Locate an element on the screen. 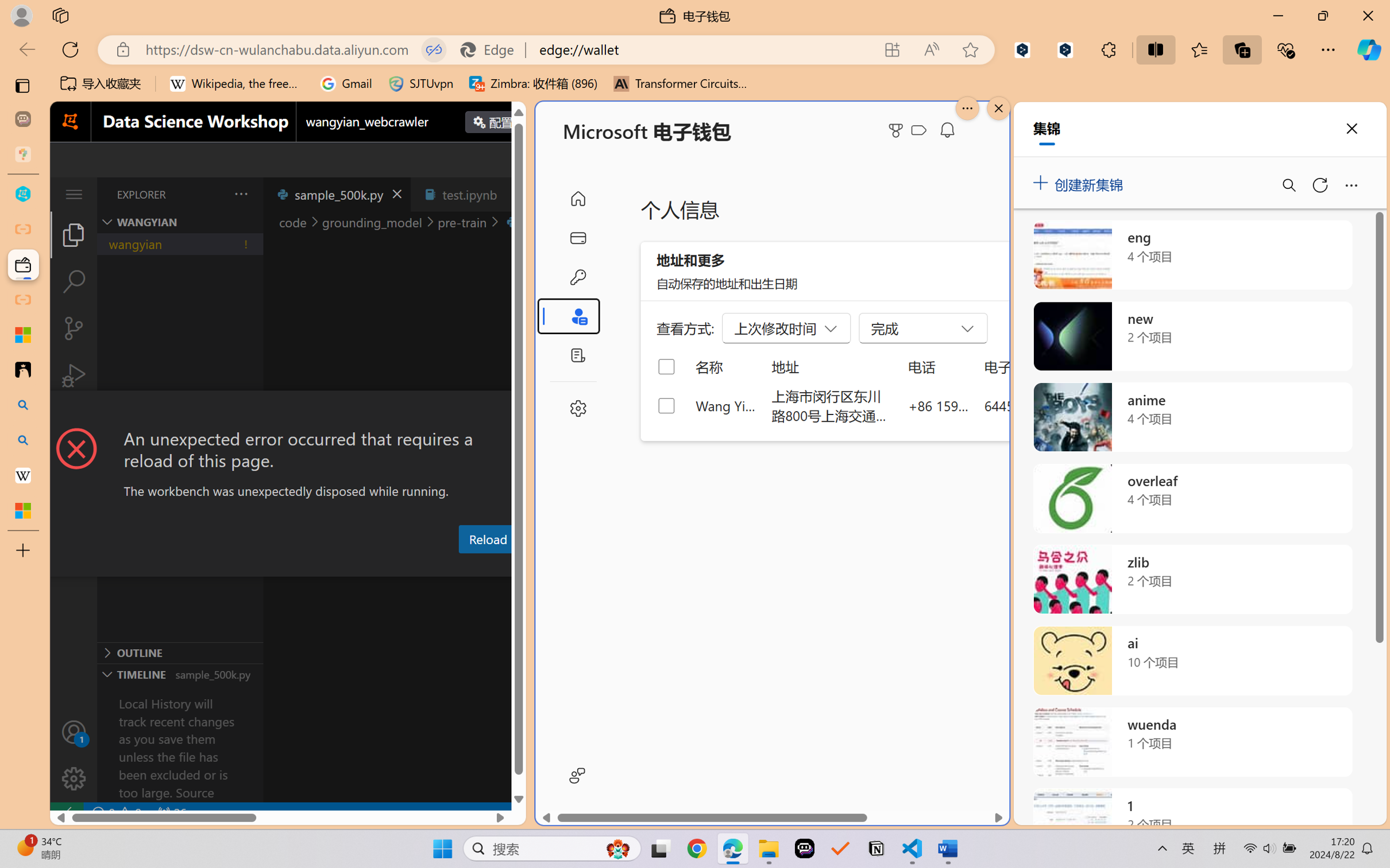 The image size is (1390, 868). 'Adjust indents and spacing - Microsoft Support' is located at coordinates (22, 334).